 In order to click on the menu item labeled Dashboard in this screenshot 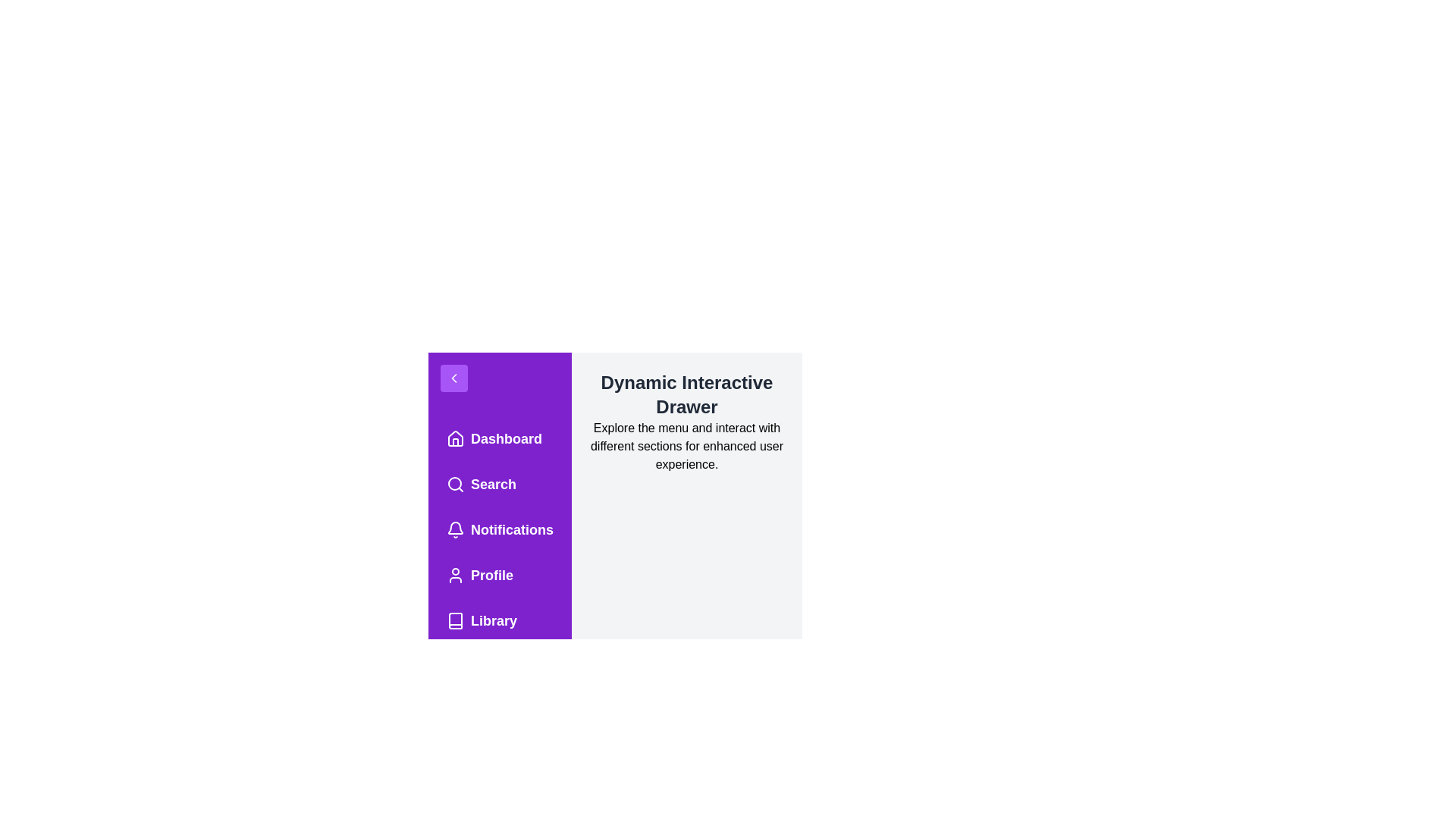, I will do `click(500, 438)`.